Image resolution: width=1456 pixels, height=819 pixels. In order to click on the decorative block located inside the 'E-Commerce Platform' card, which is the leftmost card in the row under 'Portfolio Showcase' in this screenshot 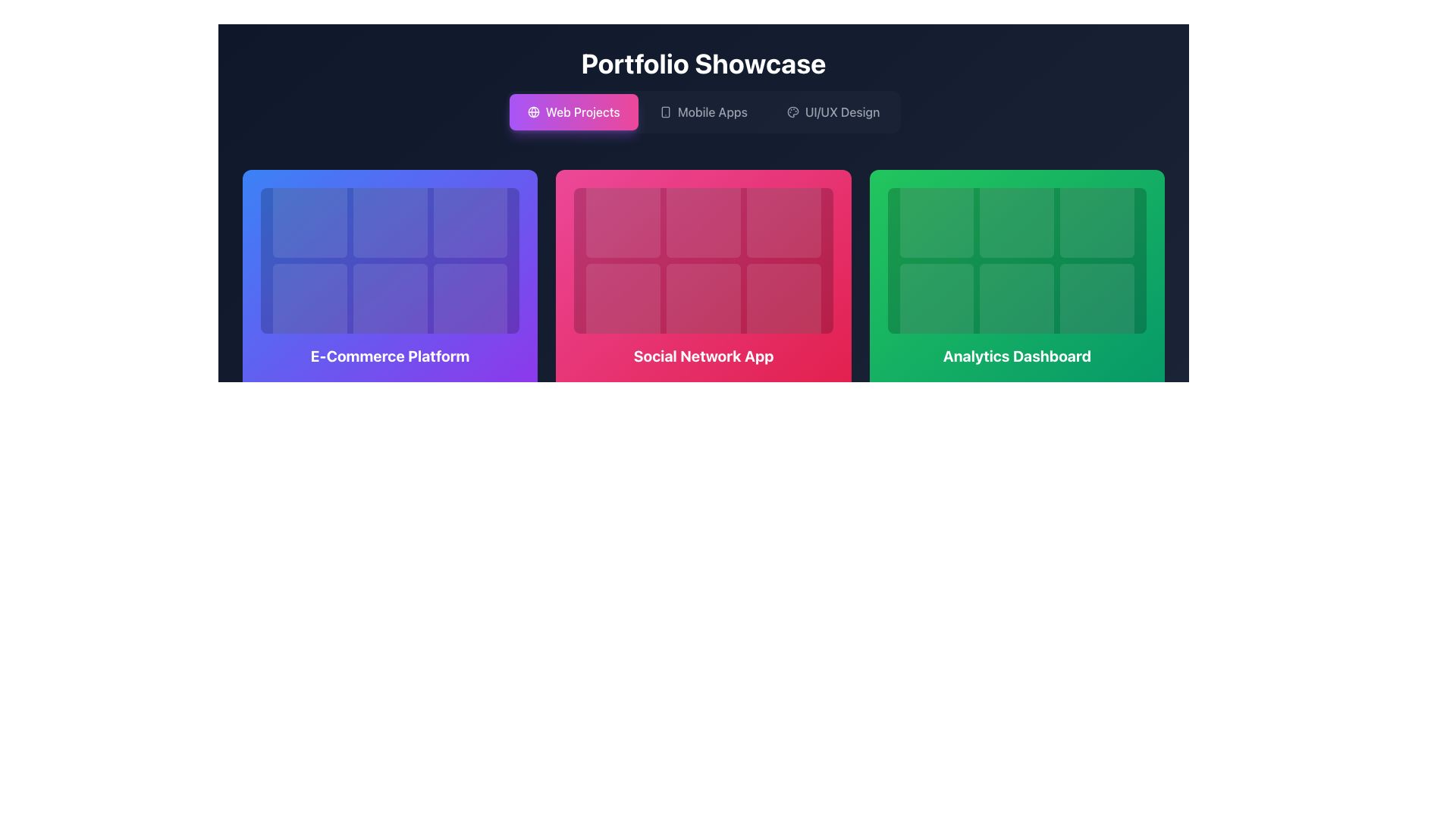, I will do `click(390, 259)`.